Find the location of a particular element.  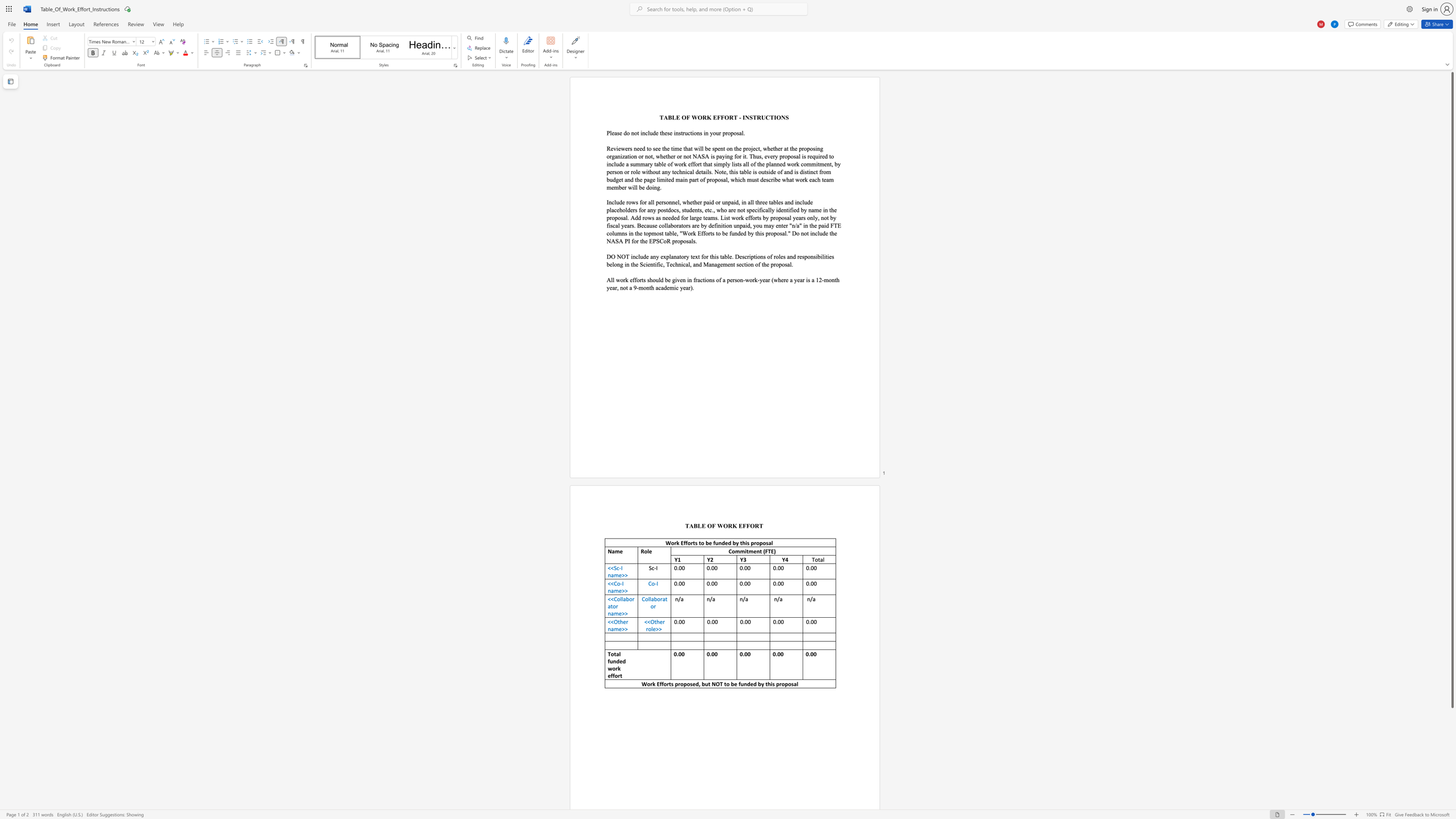

the scrollbar to move the view down is located at coordinates (1451, 717).